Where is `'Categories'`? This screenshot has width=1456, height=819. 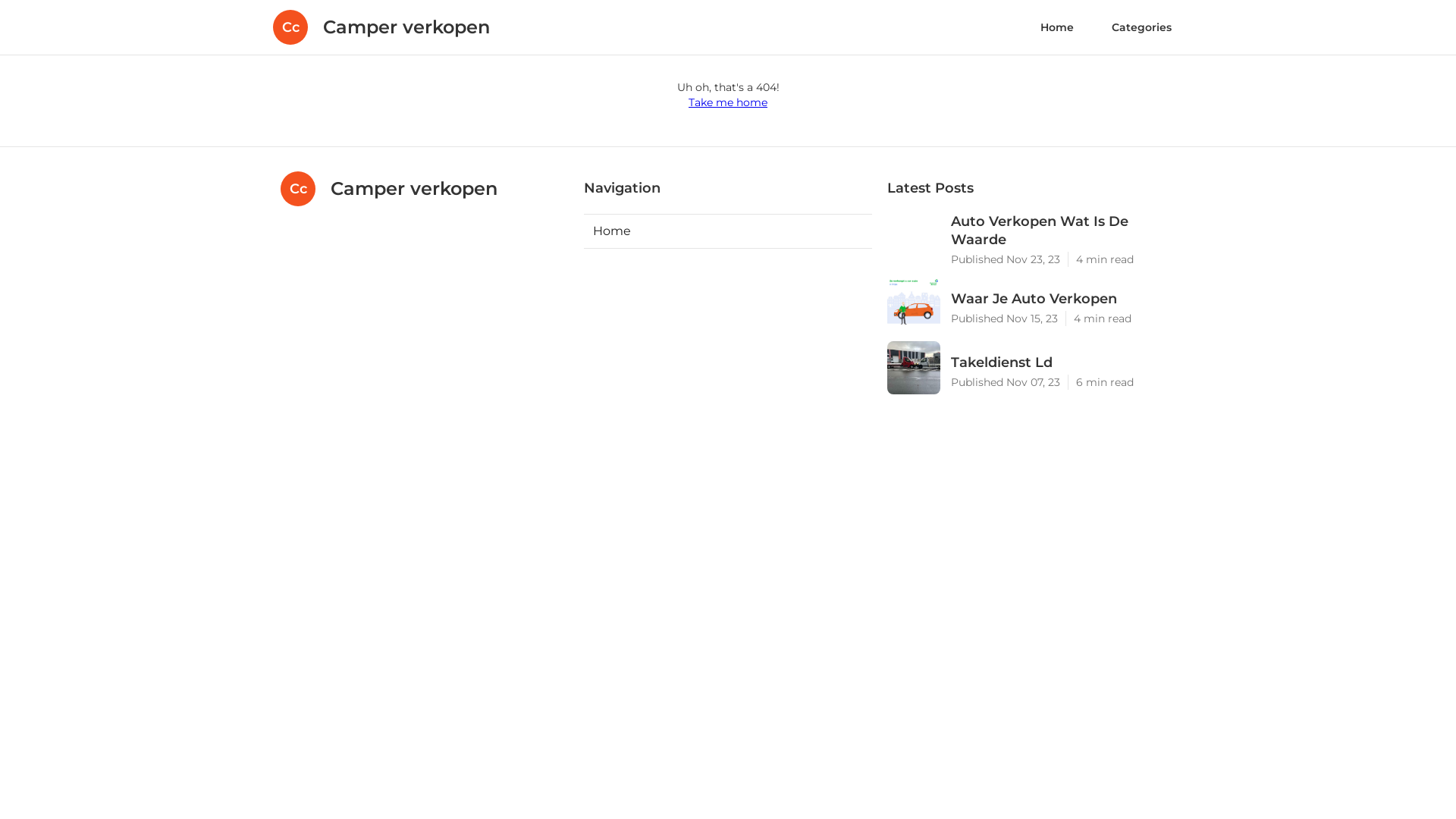 'Categories' is located at coordinates (1141, 27).